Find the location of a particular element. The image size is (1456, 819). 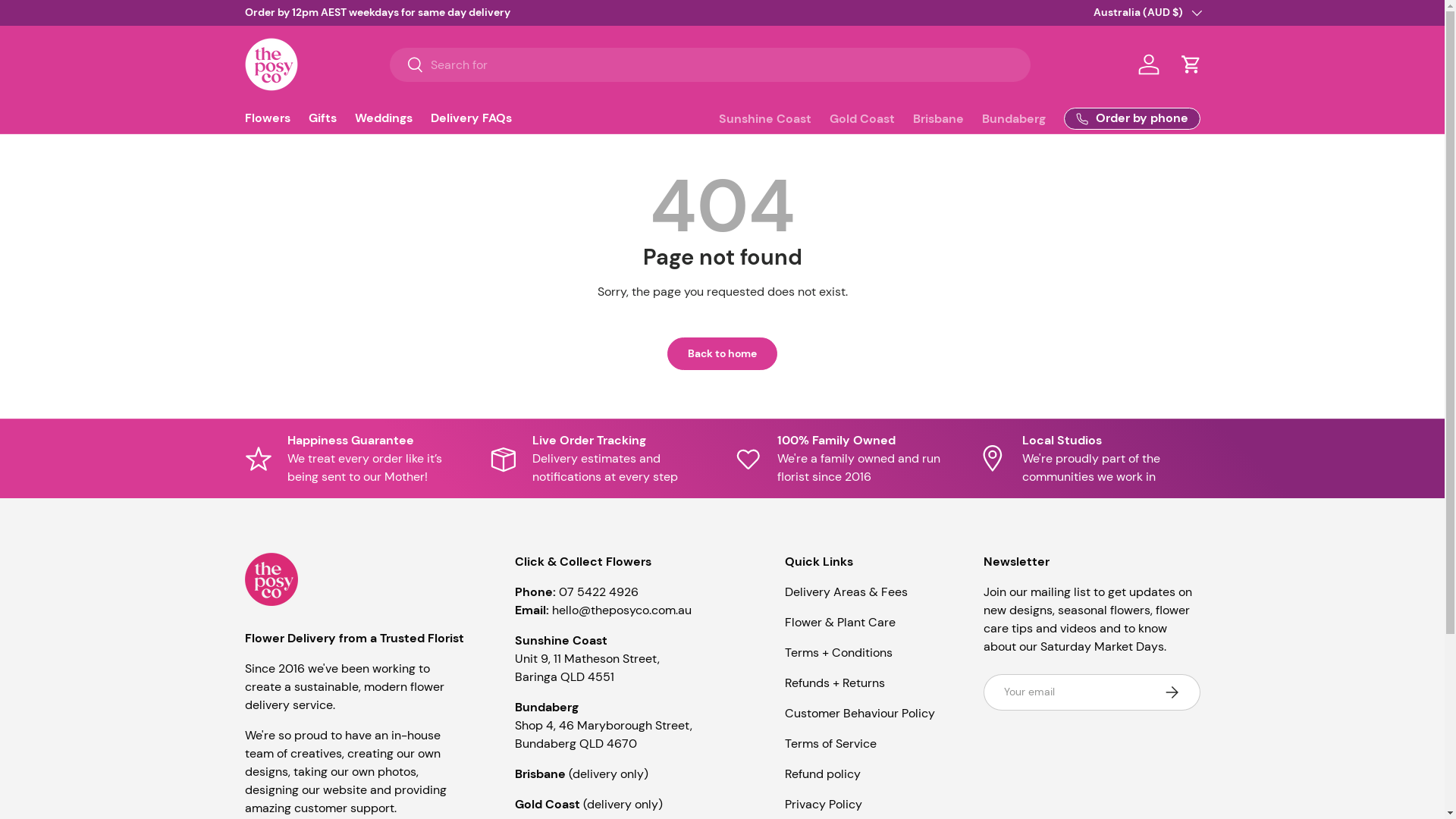

'Subscribe' is located at coordinates (1170, 692).